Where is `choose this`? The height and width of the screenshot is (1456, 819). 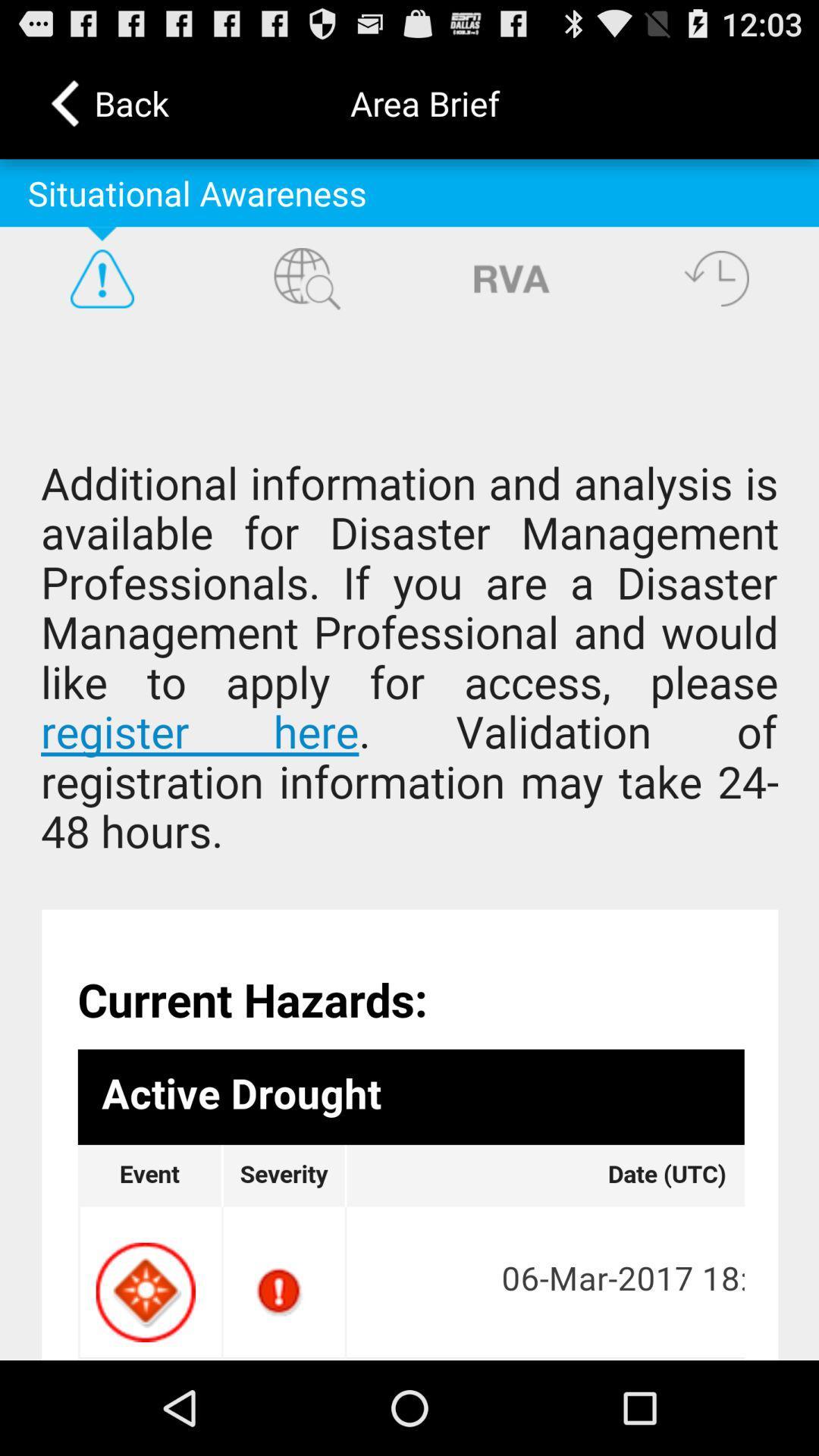 choose this is located at coordinates (409, 844).